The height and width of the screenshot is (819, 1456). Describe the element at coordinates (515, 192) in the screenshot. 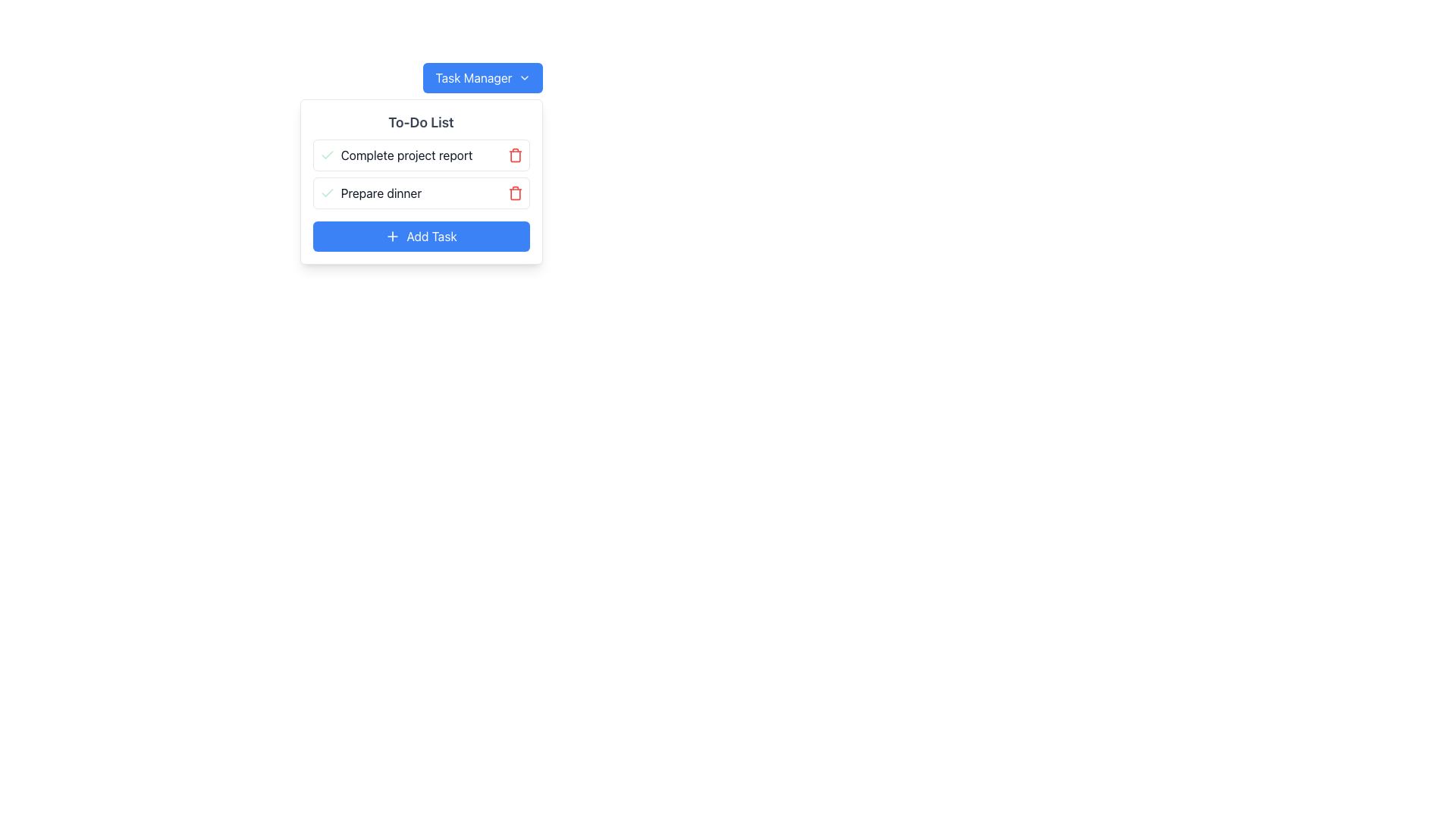

I see `the red trash icon button located to the right of the 'Prepare dinner' task label` at that location.